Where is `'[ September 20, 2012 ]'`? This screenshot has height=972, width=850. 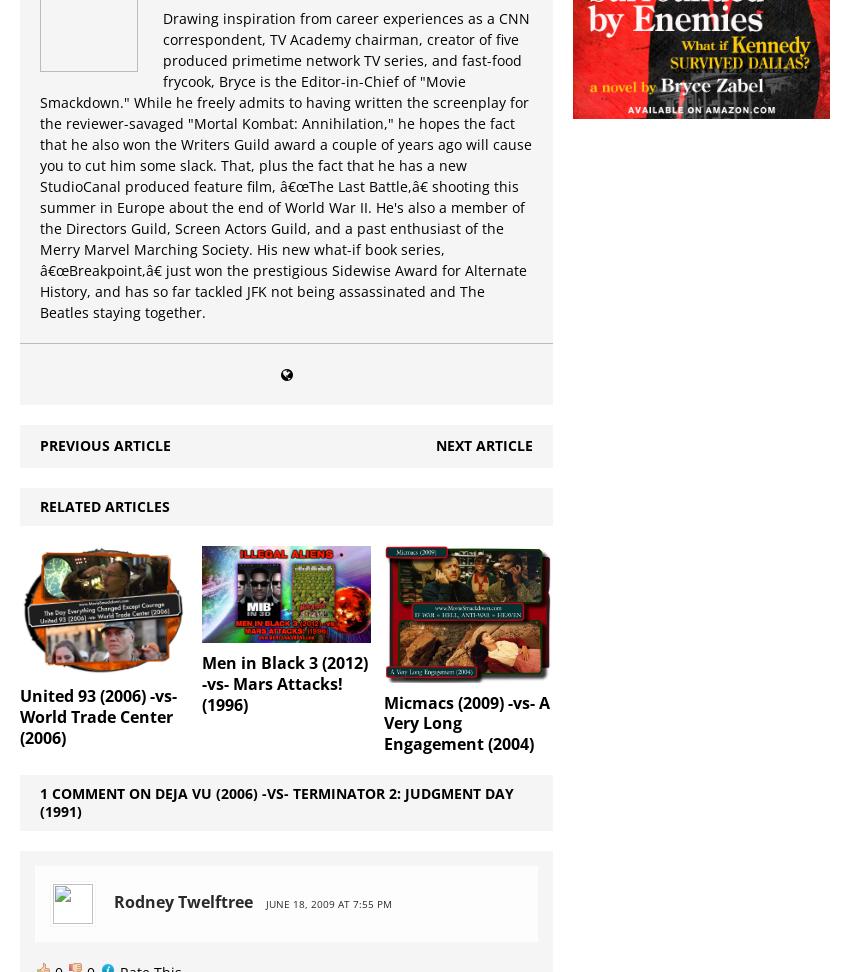 '[ September 20, 2012 ]' is located at coordinates (224, 249).